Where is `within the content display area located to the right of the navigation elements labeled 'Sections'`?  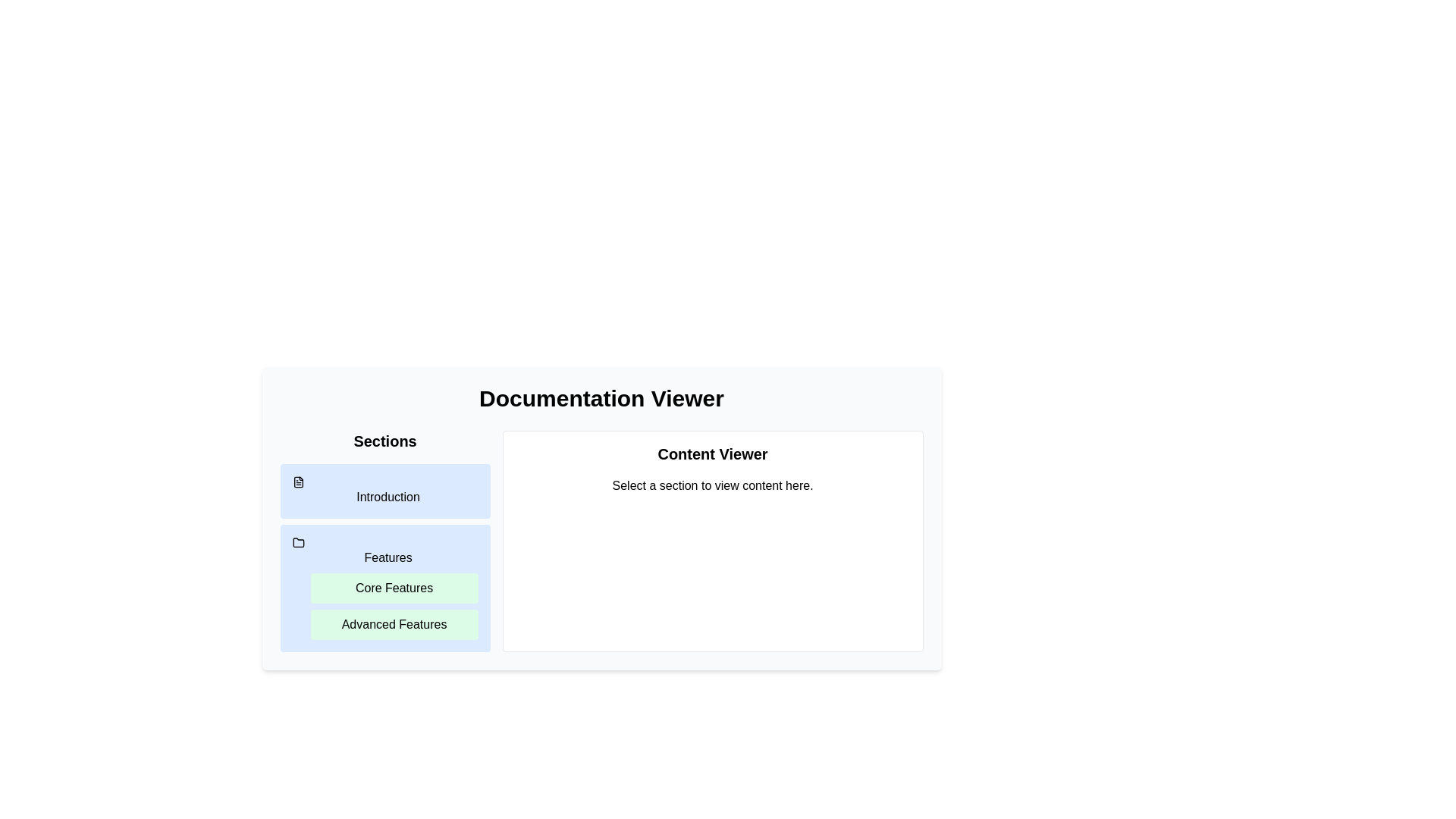
within the content display area located to the right of the navigation elements labeled 'Sections' is located at coordinates (712, 540).